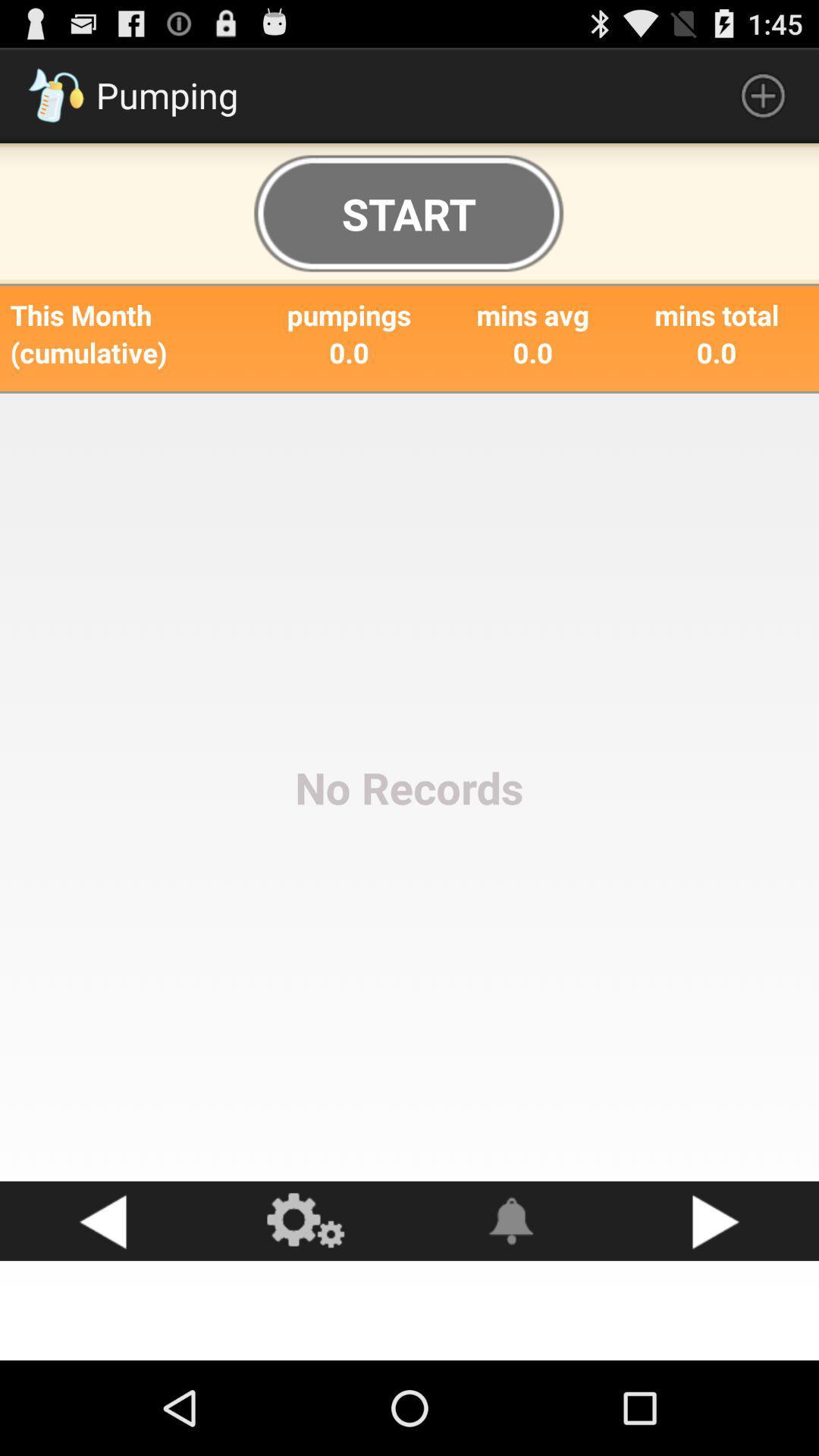  What do you see at coordinates (512, 1221) in the screenshot?
I see `set an alert` at bounding box center [512, 1221].